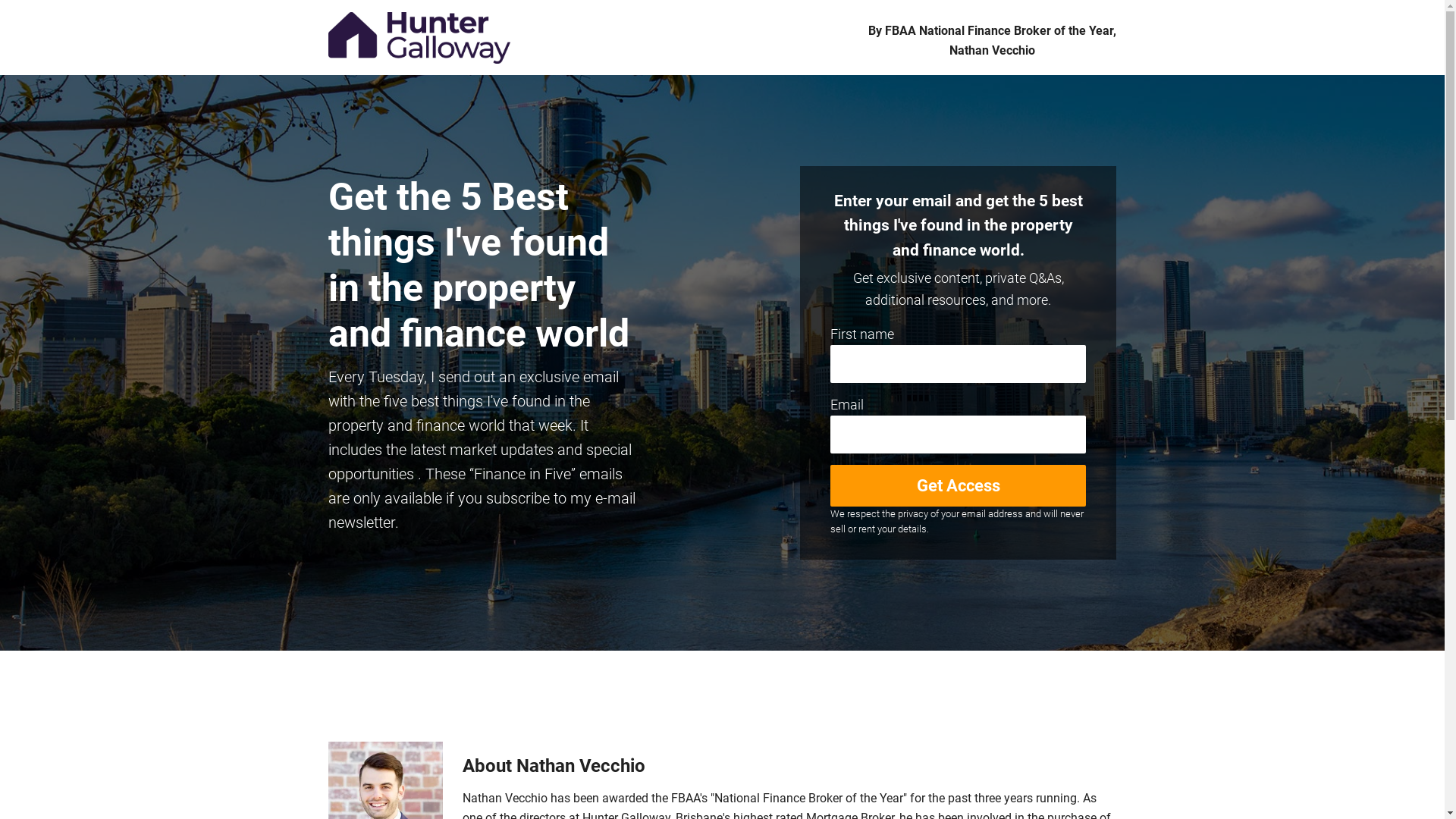 The height and width of the screenshot is (819, 1456). What do you see at coordinates (957, 485) in the screenshot?
I see `'Get Access'` at bounding box center [957, 485].